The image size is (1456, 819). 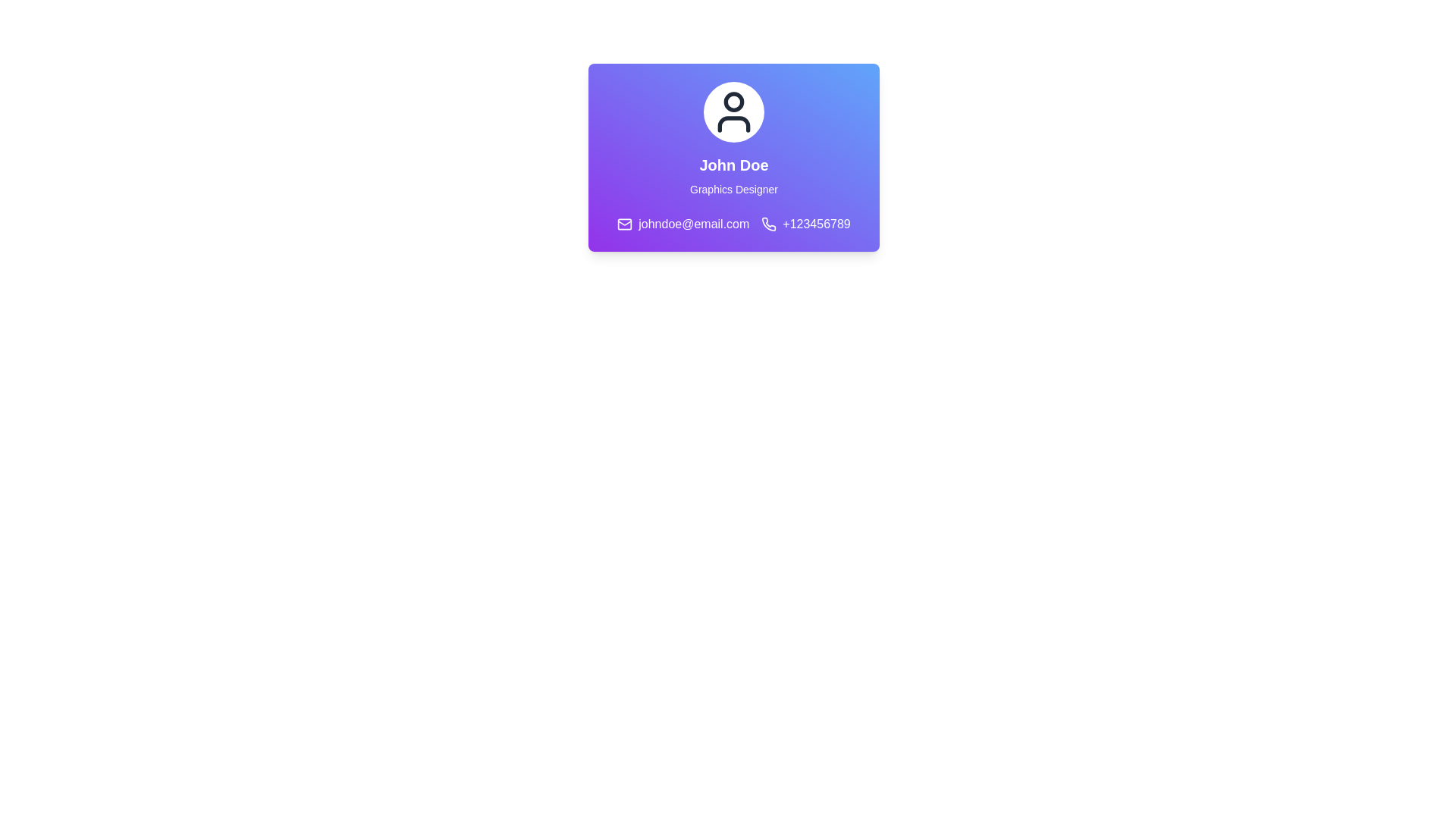 What do you see at coordinates (734, 111) in the screenshot?
I see `the user avatar or profile icon located at the top center of the card with a gradient blue-to-purple background` at bounding box center [734, 111].